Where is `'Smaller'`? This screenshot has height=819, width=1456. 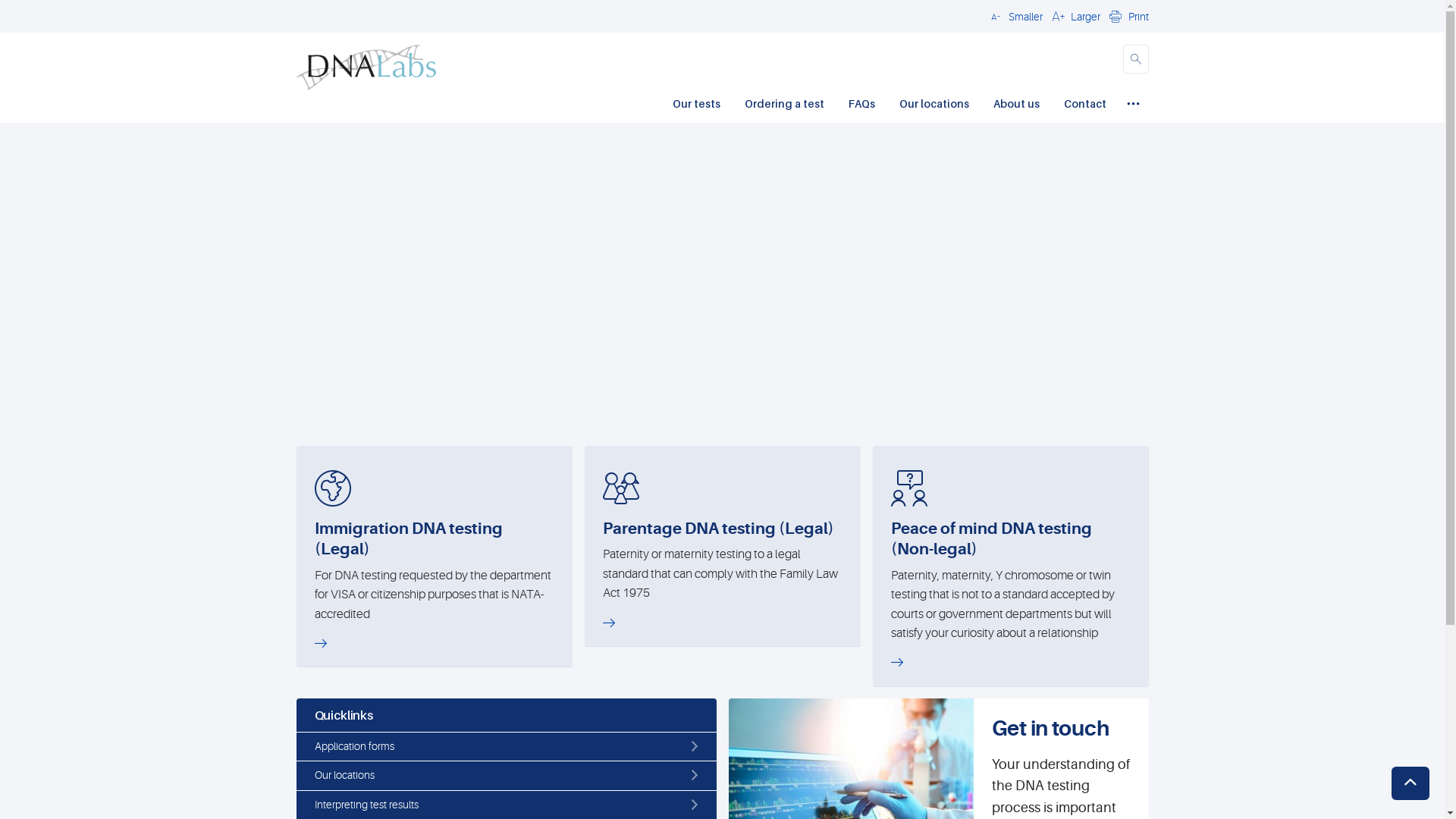 'Smaller' is located at coordinates (1014, 15).